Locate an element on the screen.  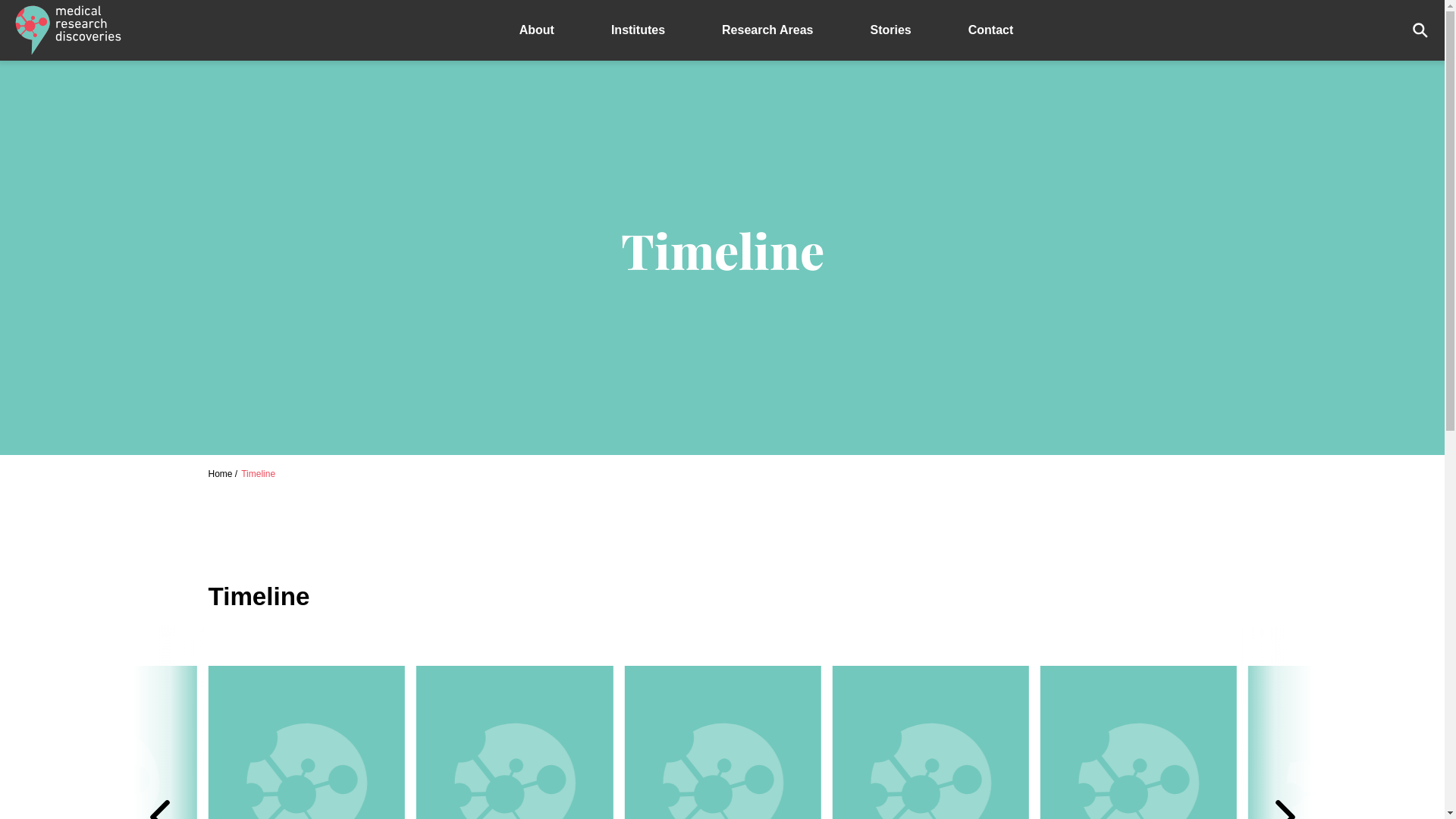
'Research Areas' is located at coordinates (694, 30).